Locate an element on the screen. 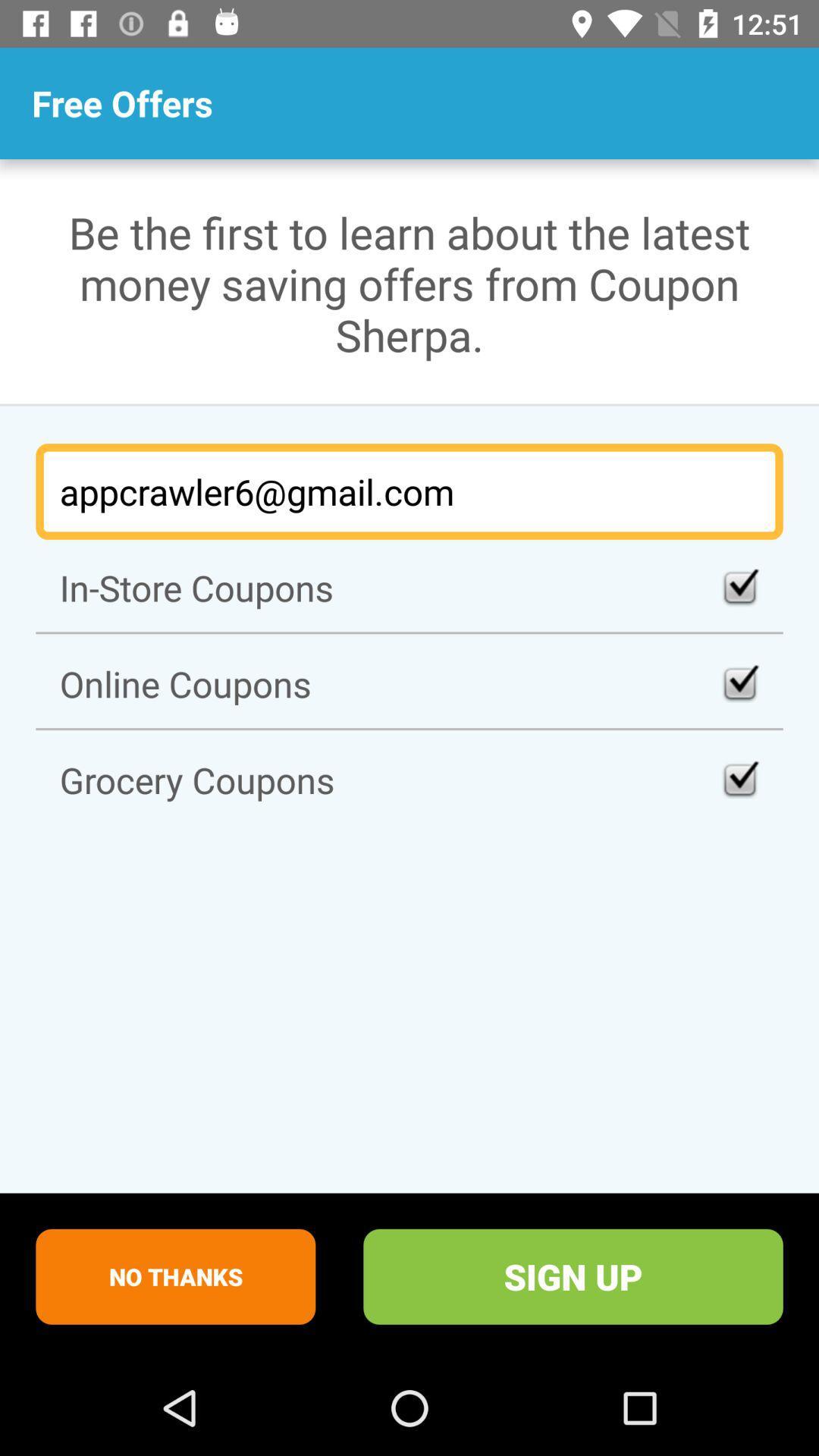 This screenshot has width=819, height=1456. the item above no thanks is located at coordinates (409, 780).